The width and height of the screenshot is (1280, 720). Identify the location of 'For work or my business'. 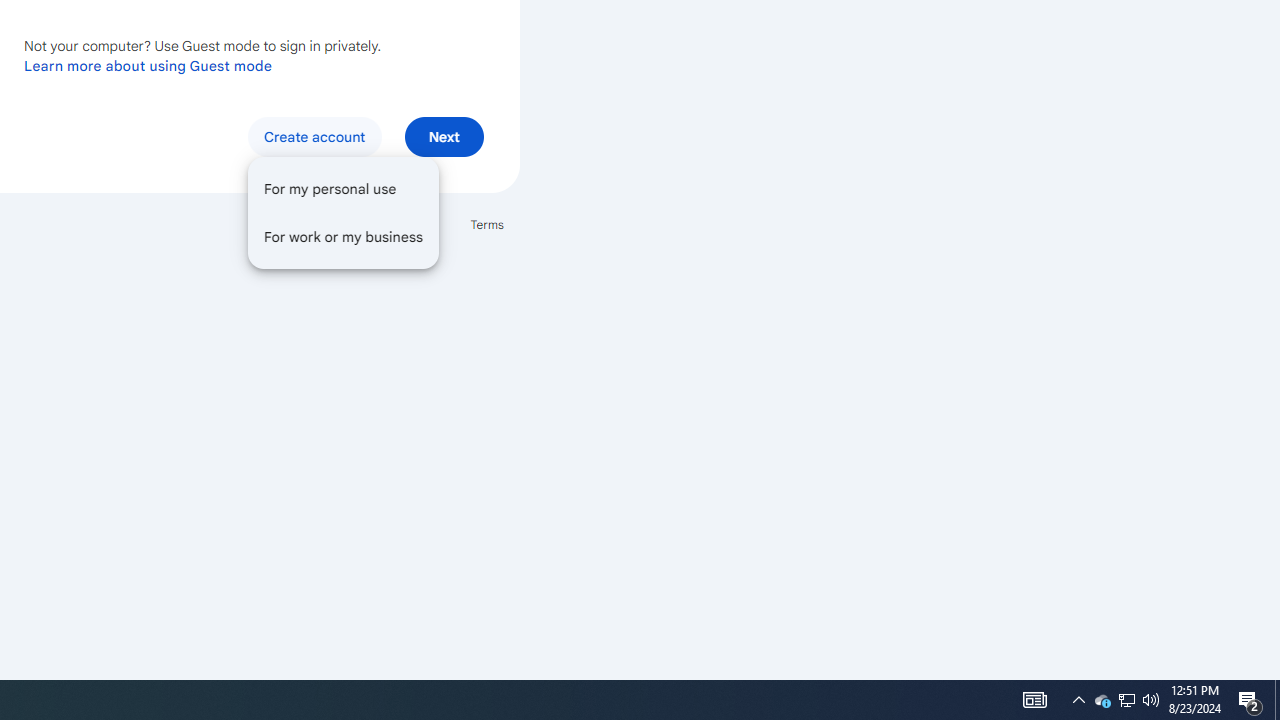
(343, 235).